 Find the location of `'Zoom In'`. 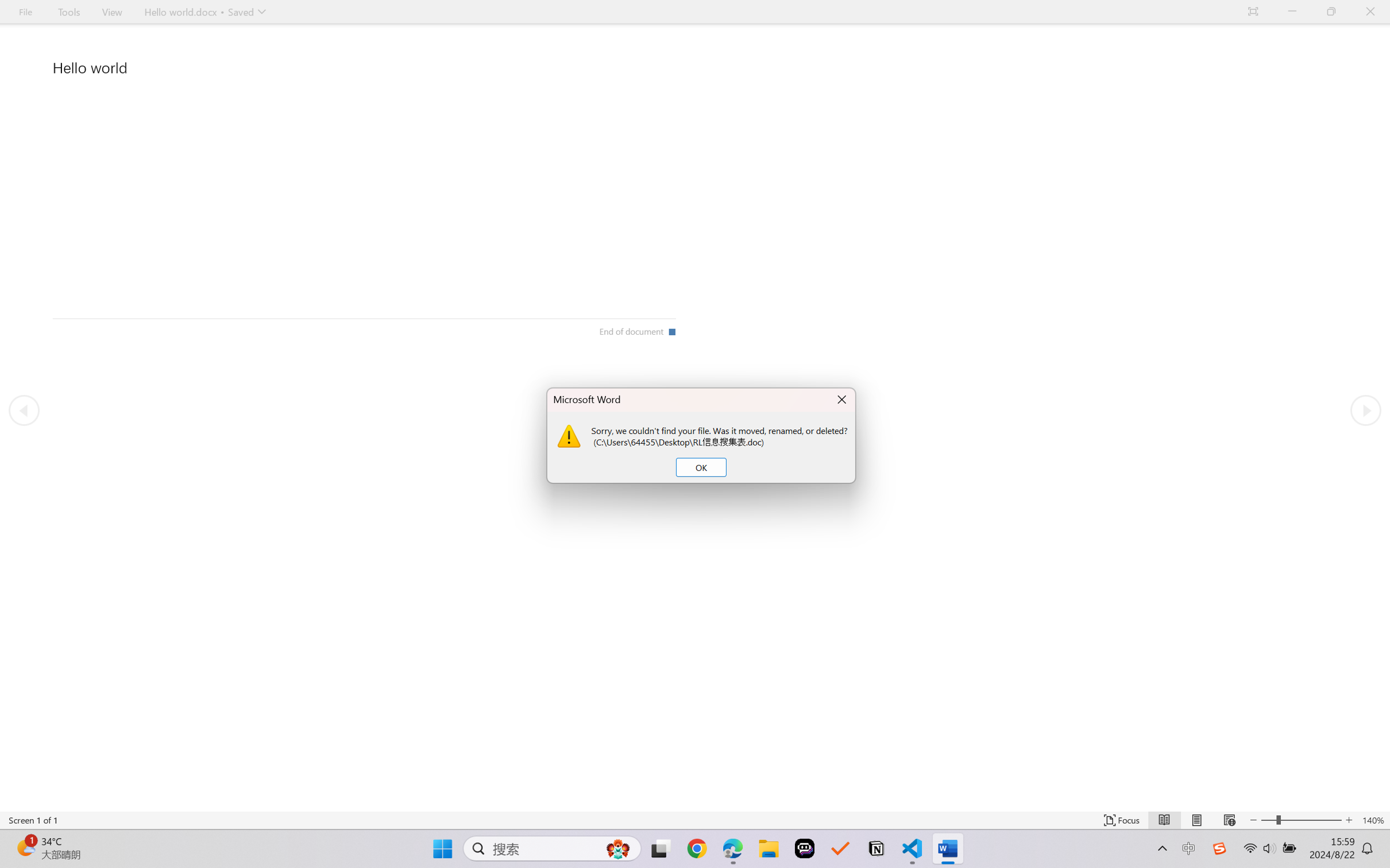

'Zoom In' is located at coordinates (1311, 820).